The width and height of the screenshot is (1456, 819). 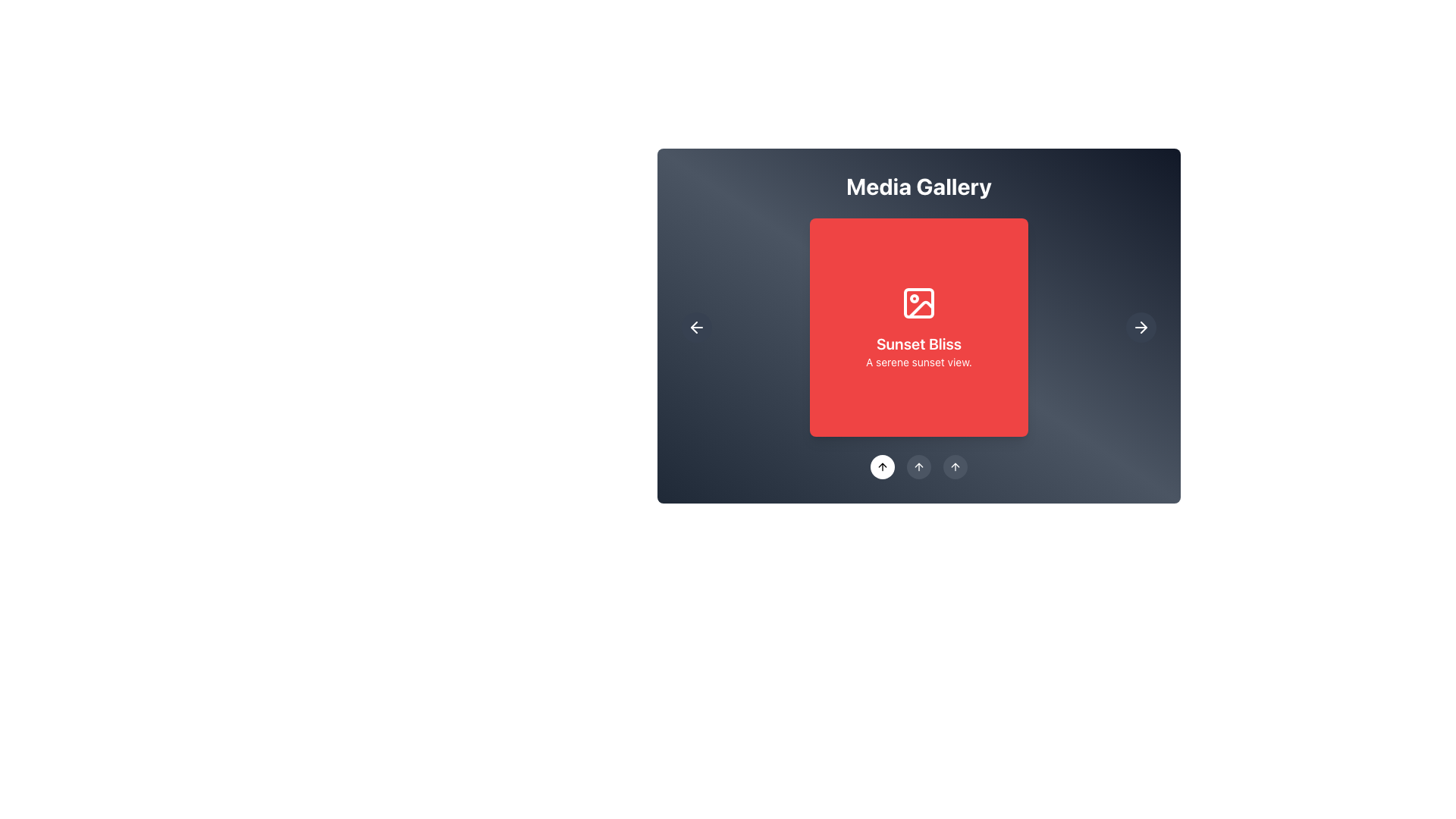 I want to click on the small circular button with a dark gray background and a white upward-pointing arrow icon, located below the 'Sunset Bliss' media description box, so click(x=918, y=466).